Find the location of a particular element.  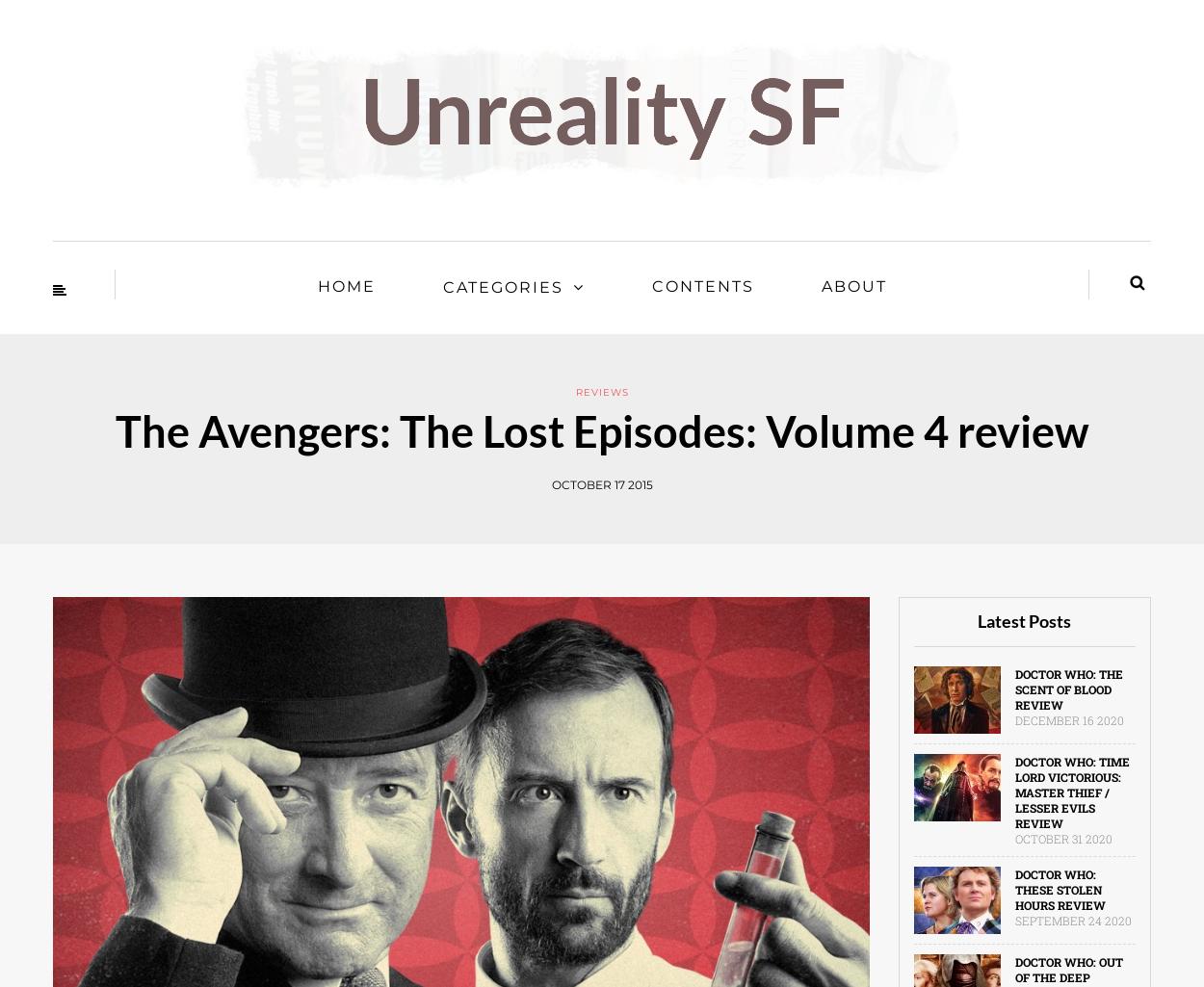

'October 17 2015' is located at coordinates (600, 484).